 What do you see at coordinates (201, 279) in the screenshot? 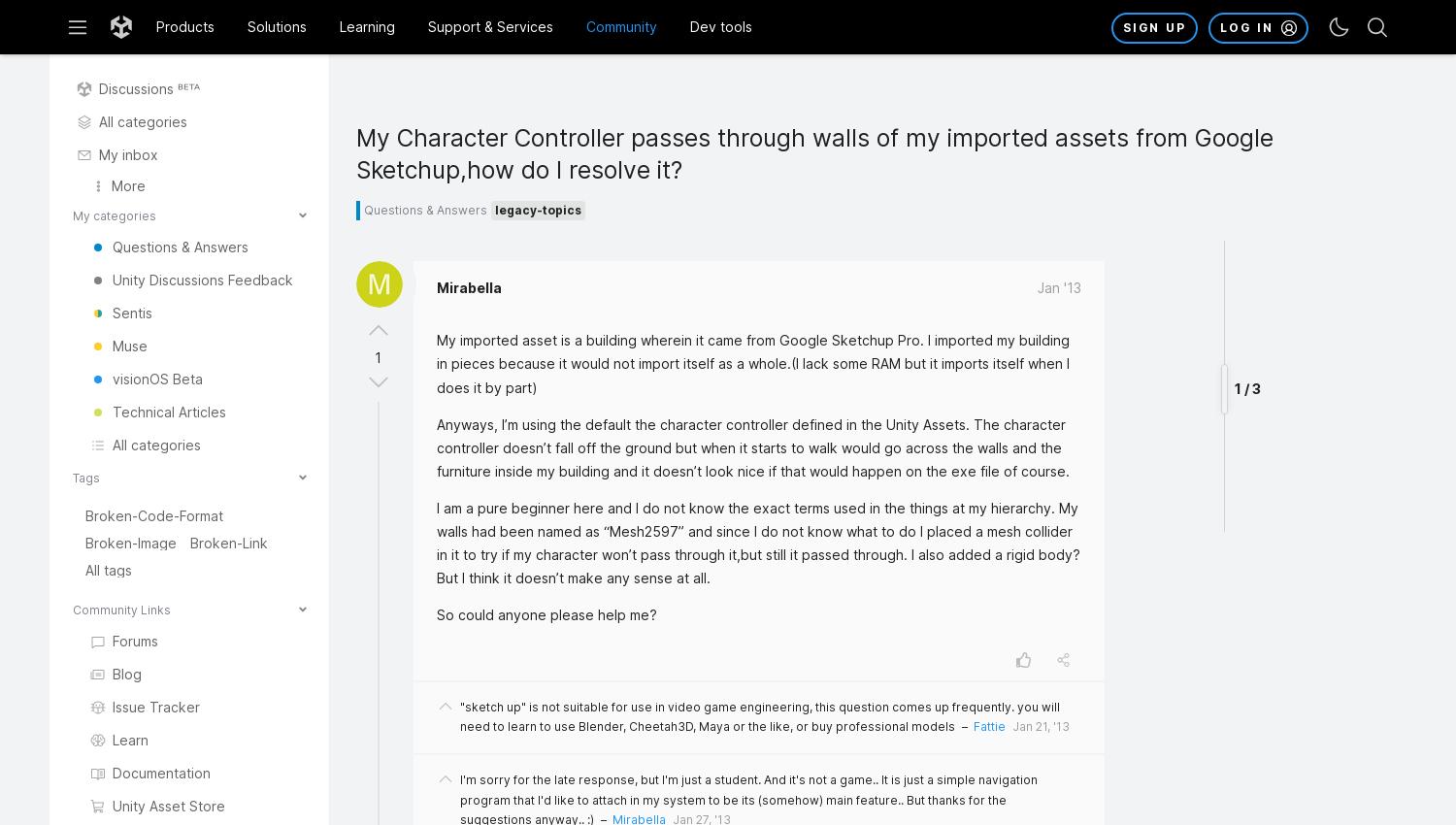
I see `'Unity Discussions Feedback'` at bounding box center [201, 279].